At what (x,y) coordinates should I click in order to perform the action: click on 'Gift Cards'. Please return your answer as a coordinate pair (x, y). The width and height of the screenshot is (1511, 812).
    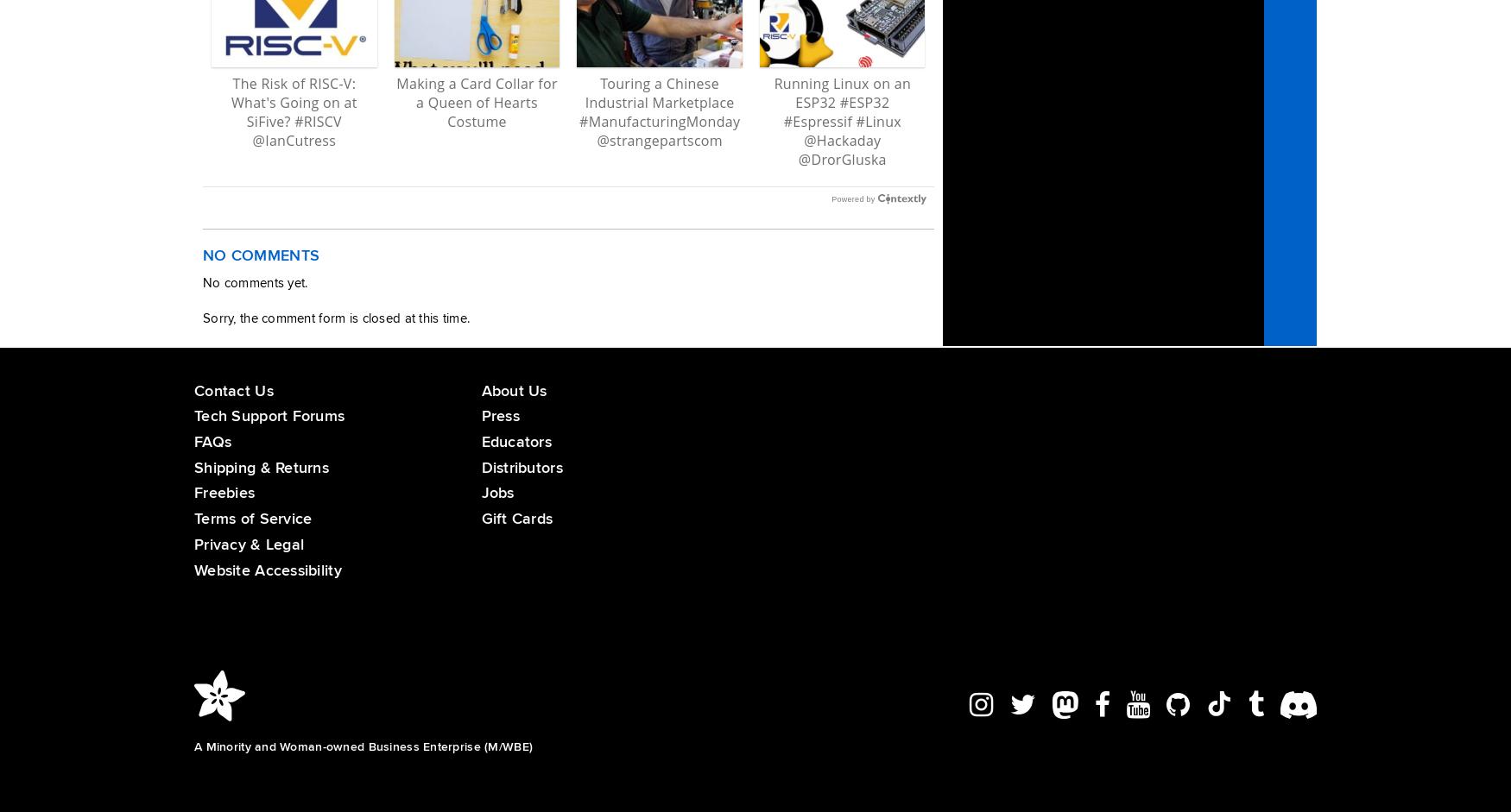
    Looking at the image, I should click on (516, 519).